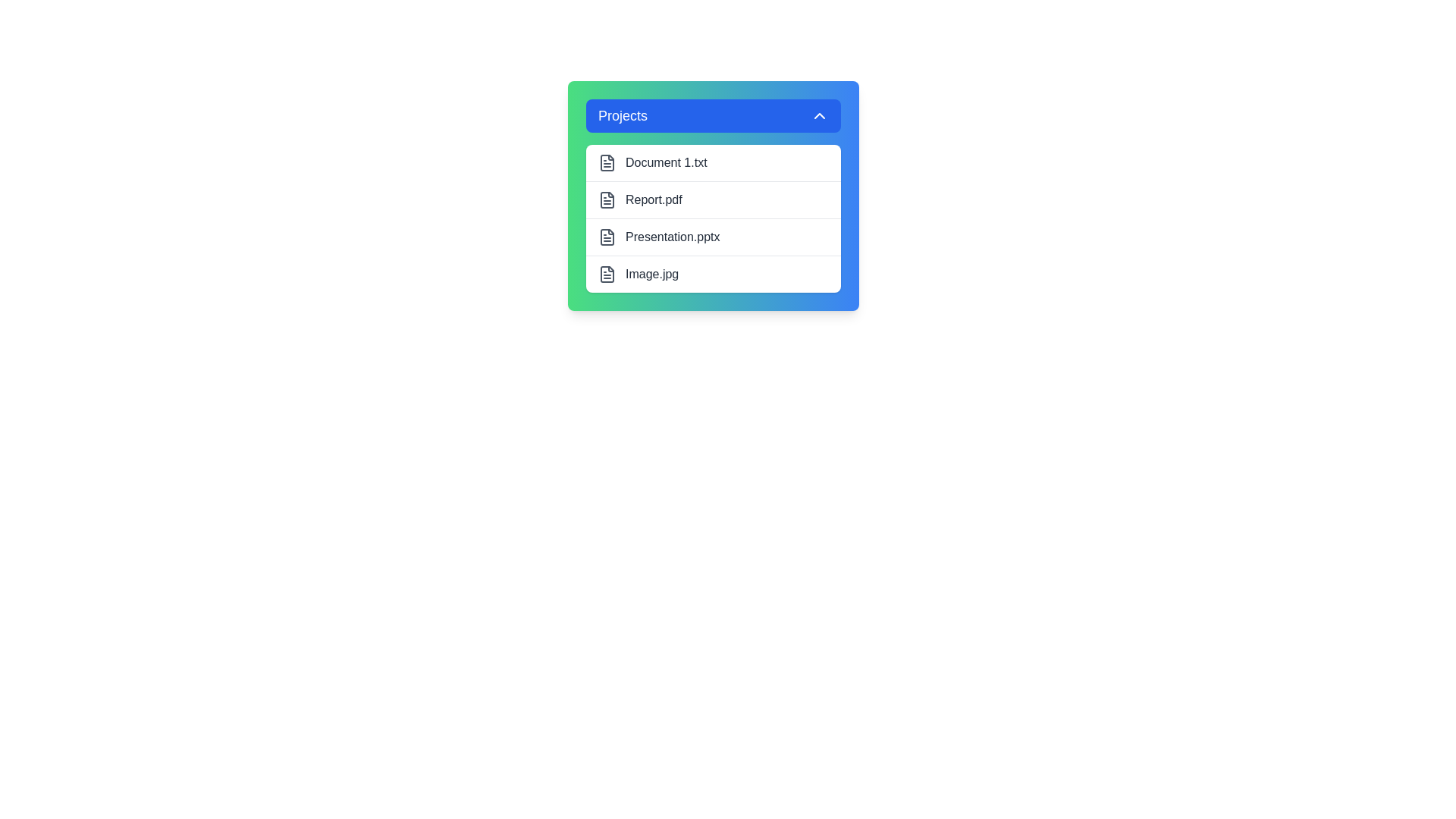 The width and height of the screenshot is (1456, 819). Describe the element at coordinates (712, 199) in the screenshot. I see `the file Report.pdf from the list` at that location.